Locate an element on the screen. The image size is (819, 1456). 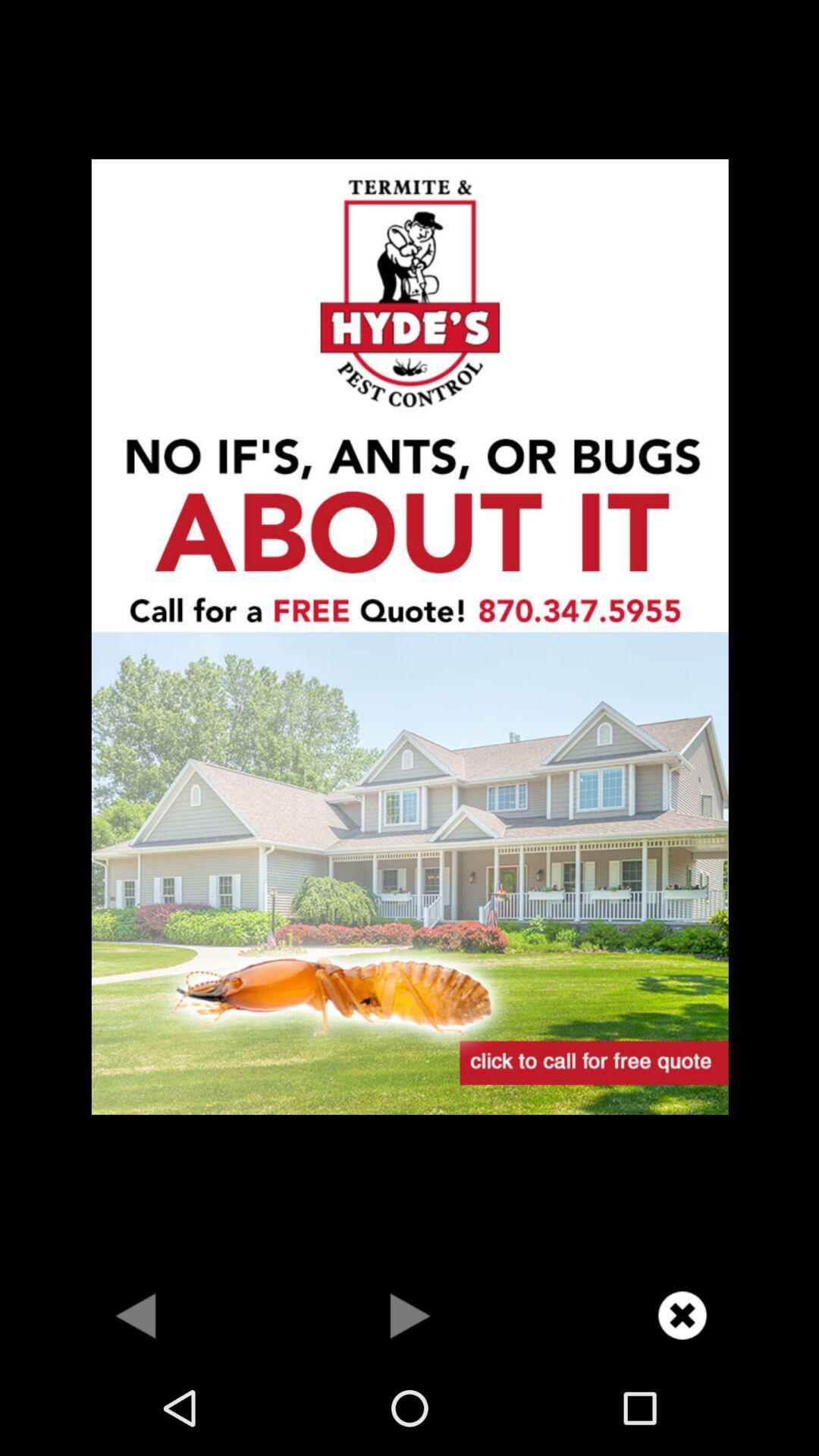
the close is located at coordinates (681, 1314).